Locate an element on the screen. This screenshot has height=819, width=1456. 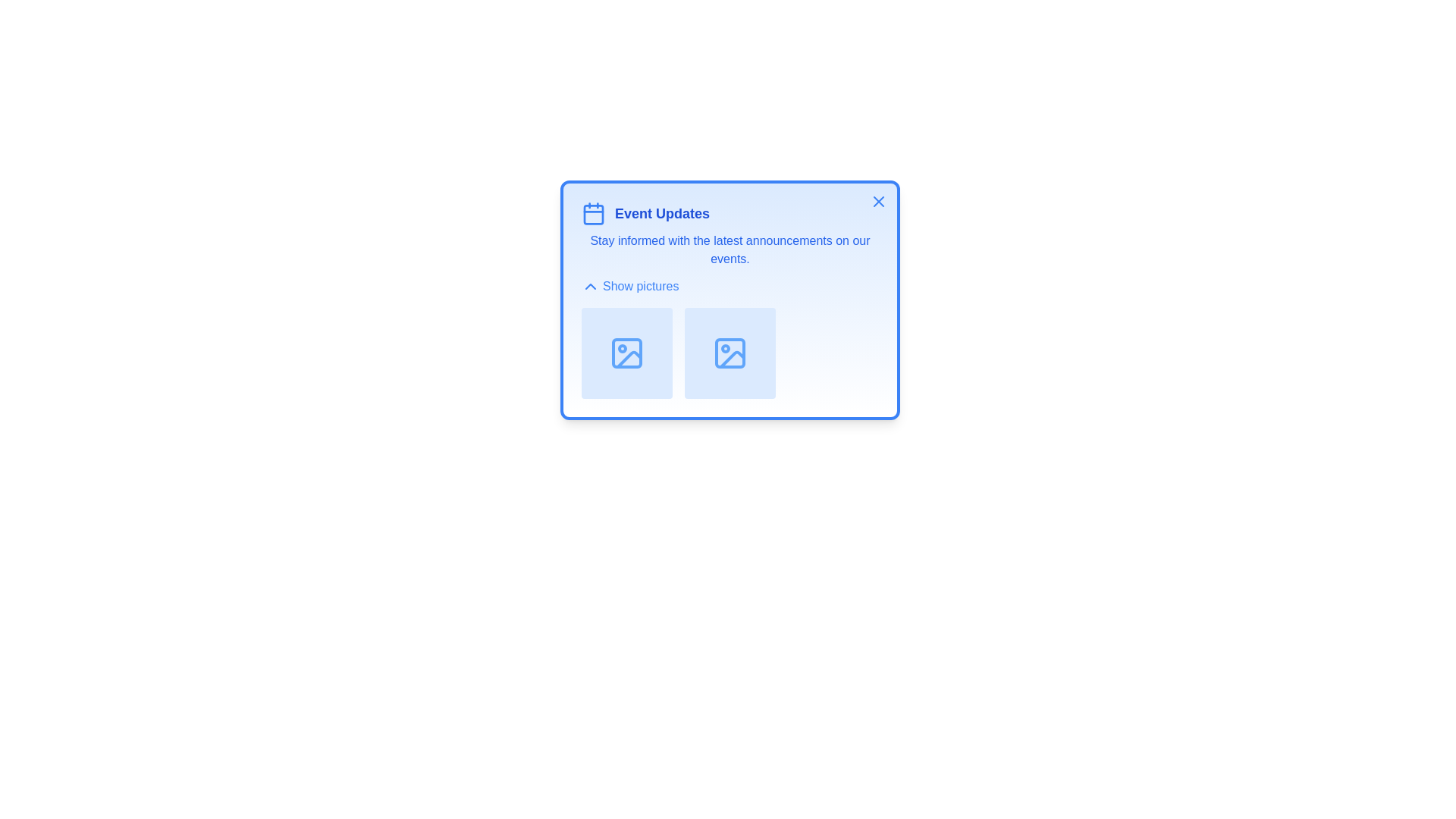
close button (X) to close the alert is located at coordinates (878, 201).